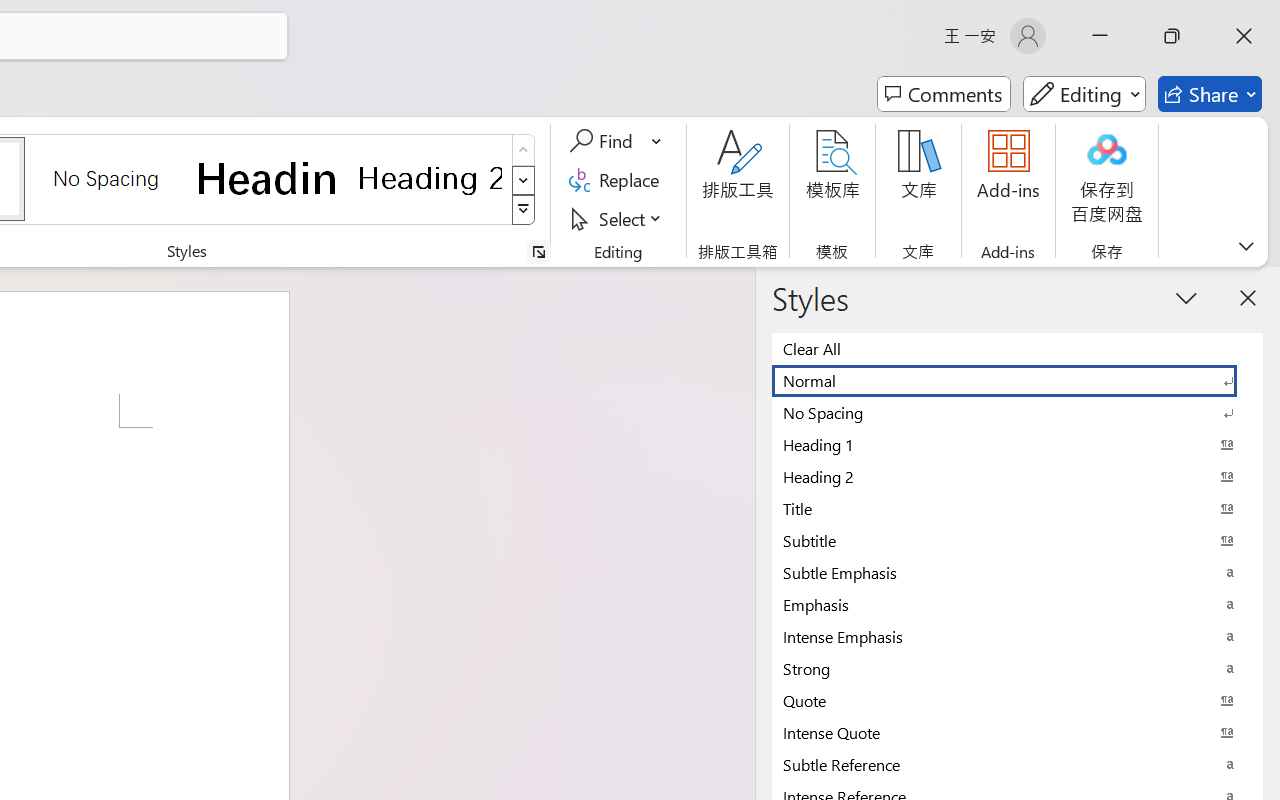 The width and height of the screenshot is (1280, 800). What do you see at coordinates (523, 179) in the screenshot?
I see `'Row Down'` at bounding box center [523, 179].